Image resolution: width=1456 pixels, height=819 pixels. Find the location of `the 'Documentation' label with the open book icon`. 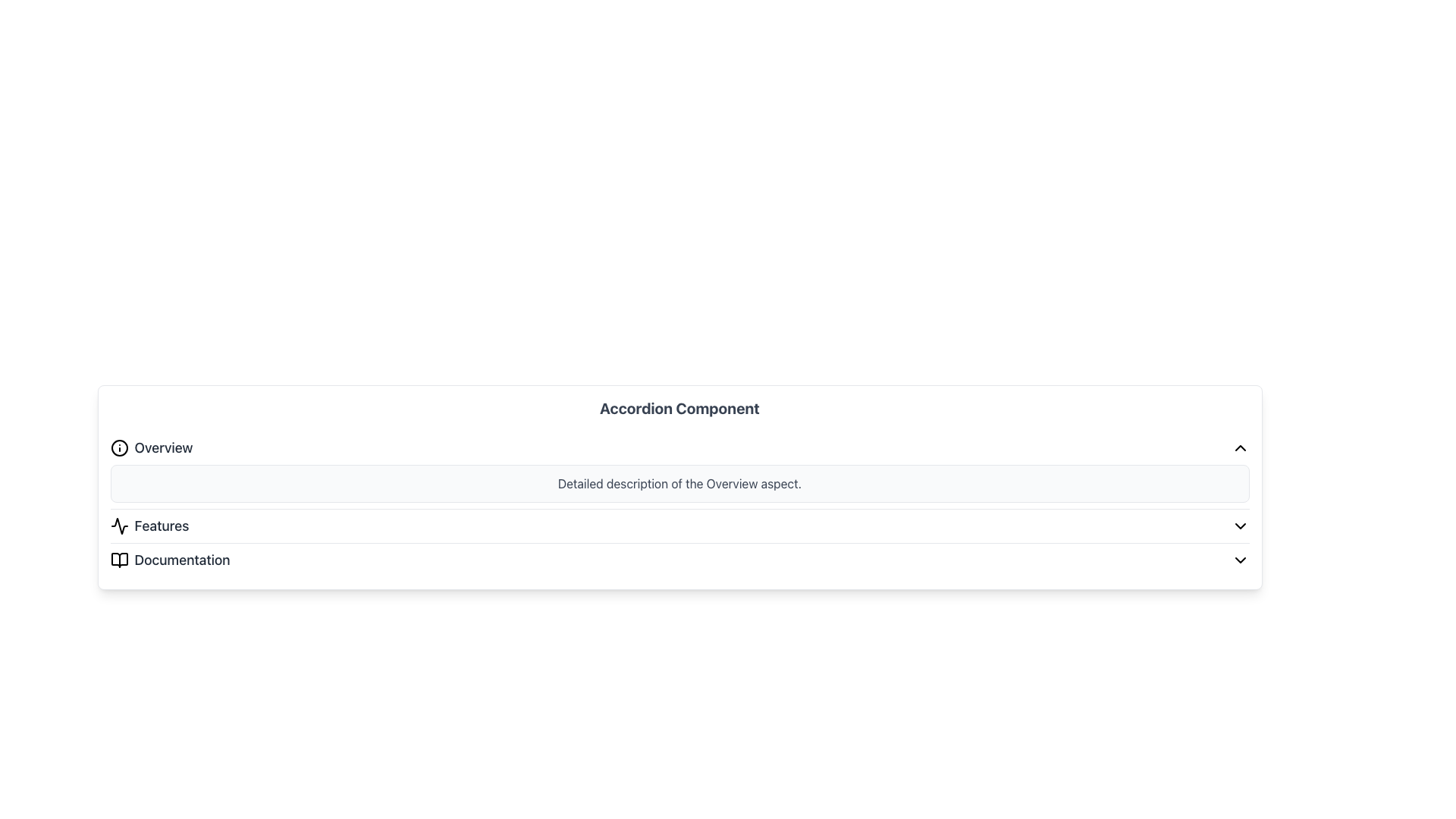

the 'Documentation' label with the open book icon is located at coordinates (170, 560).